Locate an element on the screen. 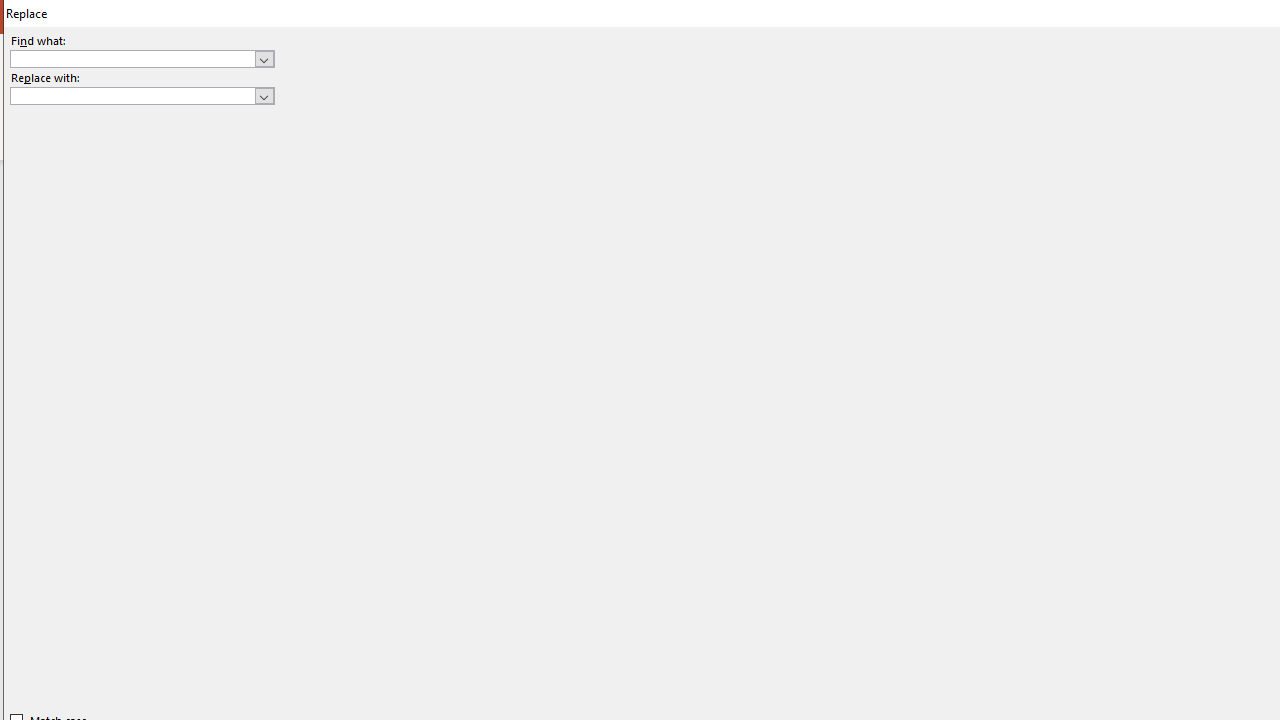 The height and width of the screenshot is (720, 1280). 'Find what' is located at coordinates (132, 58).